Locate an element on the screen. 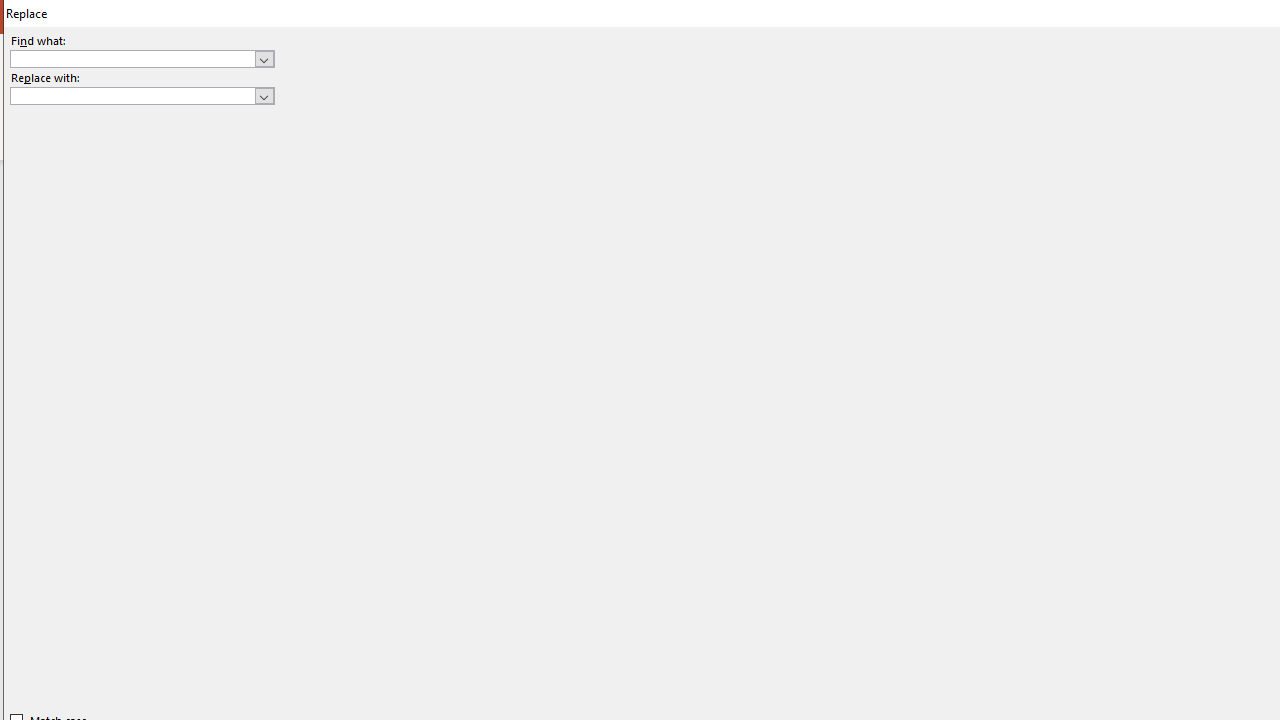 The height and width of the screenshot is (720, 1280). 'Find what' is located at coordinates (132, 58).